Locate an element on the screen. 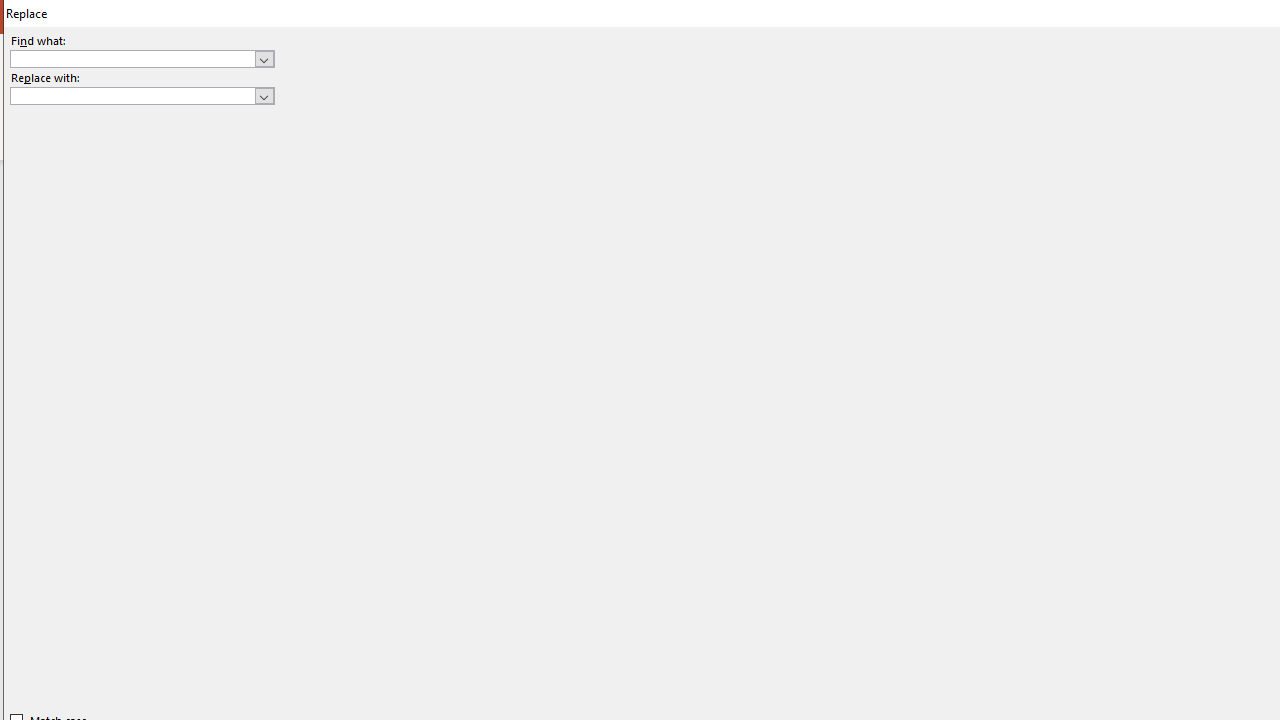 The height and width of the screenshot is (720, 1280). 'Find what' is located at coordinates (132, 58).